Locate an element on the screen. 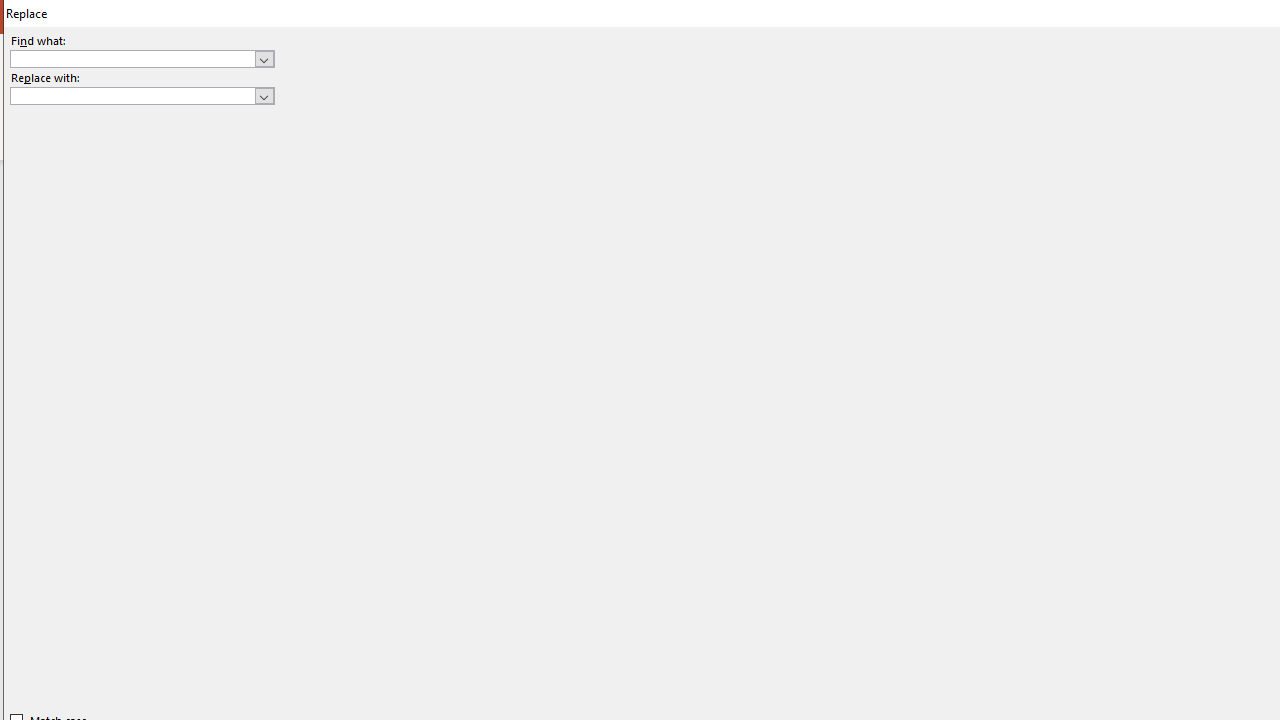 The height and width of the screenshot is (720, 1280). 'Find what' is located at coordinates (132, 58).